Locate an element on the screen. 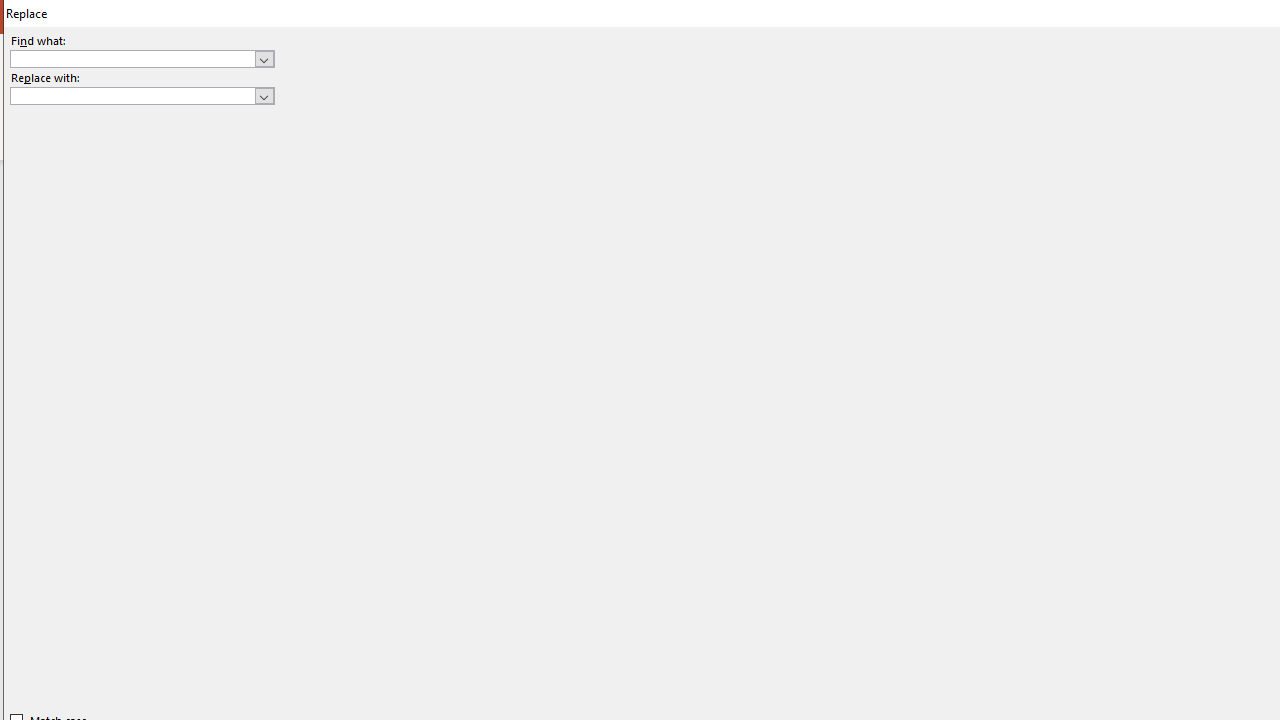 The height and width of the screenshot is (720, 1280). 'Find what' is located at coordinates (132, 58).